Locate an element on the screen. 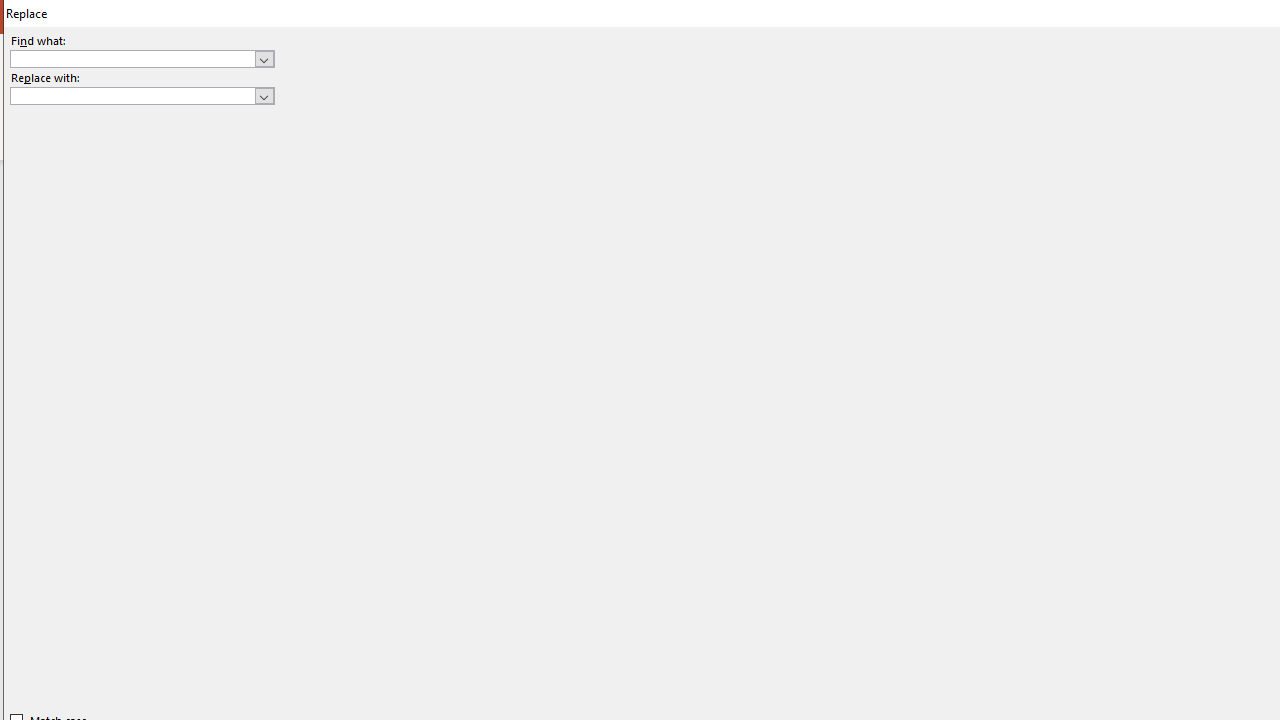 The height and width of the screenshot is (720, 1280). 'Find what' is located at coordinates (132, 58).